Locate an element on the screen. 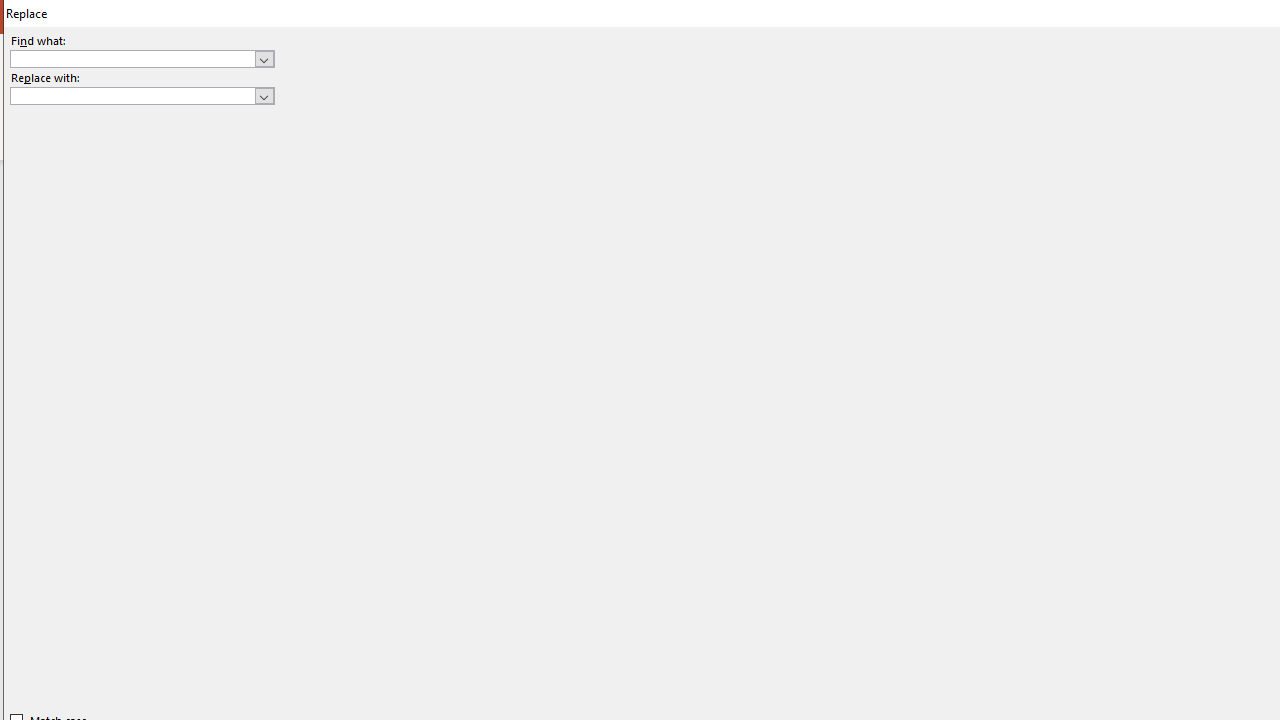 The height and width of the screenshot is (720, 1280). 'Find what' is located at coordinates (132, 58).